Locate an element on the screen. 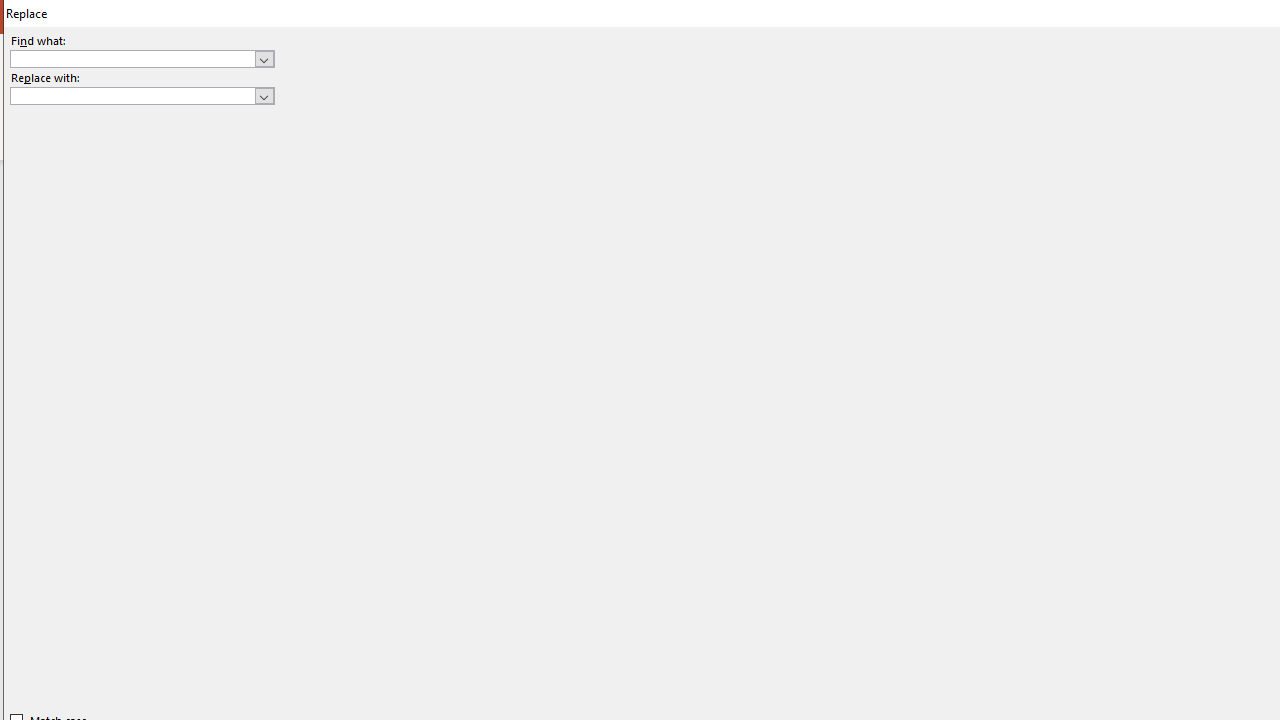 The height and width of the screenshot is (720, 1280). 'Find what' is located at coordinates (132, 58).